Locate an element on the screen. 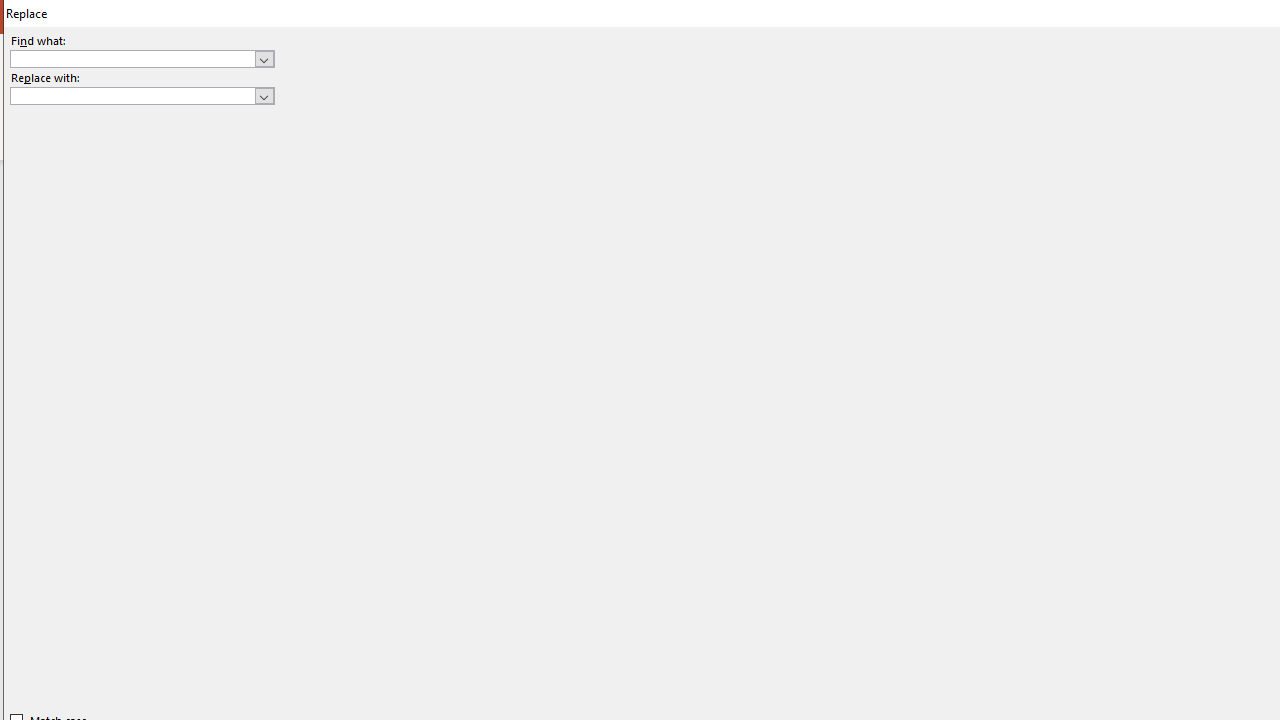 The height and width of the screenshot is (720, 1280). 'Find what' is located at coordinates (132, 58).